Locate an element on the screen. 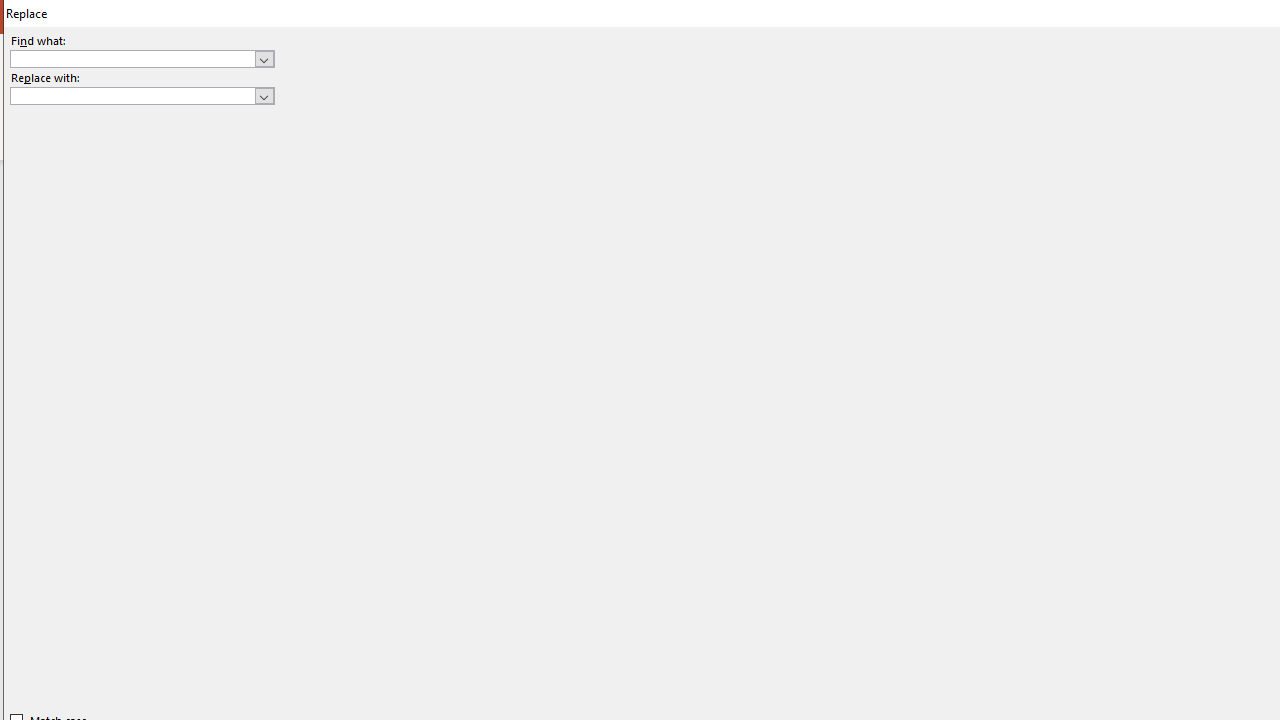 The height and width of the screenshot is (720, 1280). 'Find what' is located at coordinates (132, 58).